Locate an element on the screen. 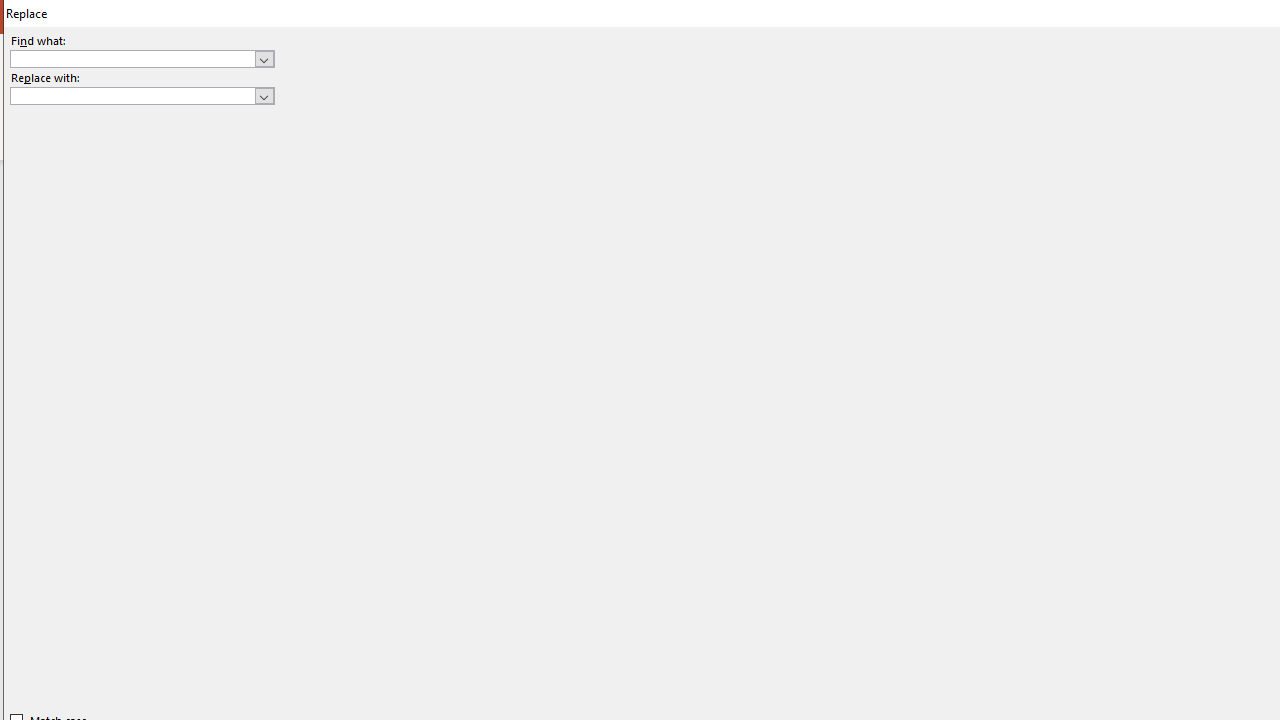 The height and width of the screenshot is (720, 1280). 'Find what' is located at coordinates (132, 58).